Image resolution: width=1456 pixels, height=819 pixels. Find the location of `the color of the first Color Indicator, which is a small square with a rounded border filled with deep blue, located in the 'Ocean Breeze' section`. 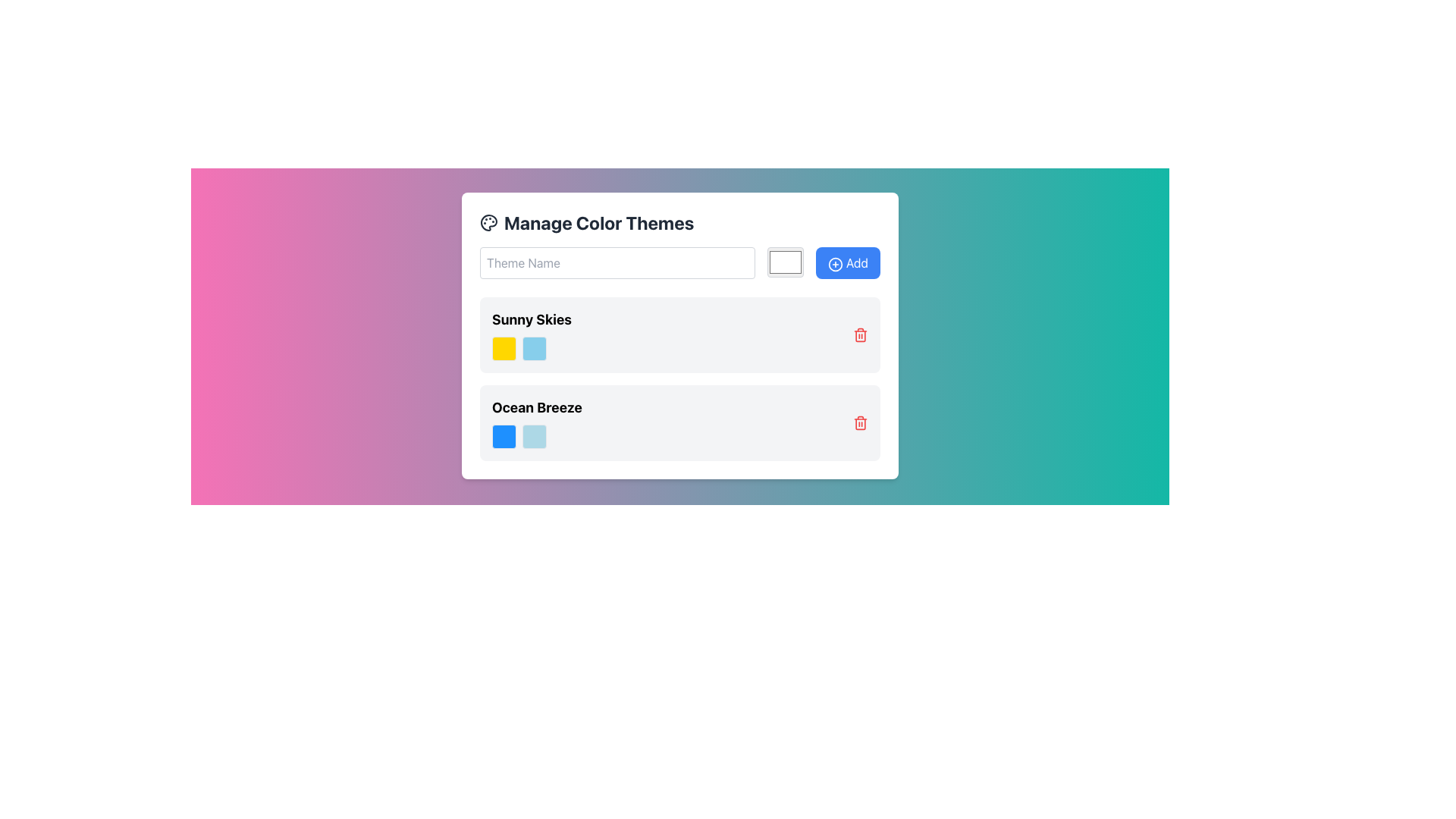

the color of the first Color Indicator, which is a small square with a rounded border filled with deep blue, located in the 'Ocean Breeze' section is located at coordinates (504, 436).